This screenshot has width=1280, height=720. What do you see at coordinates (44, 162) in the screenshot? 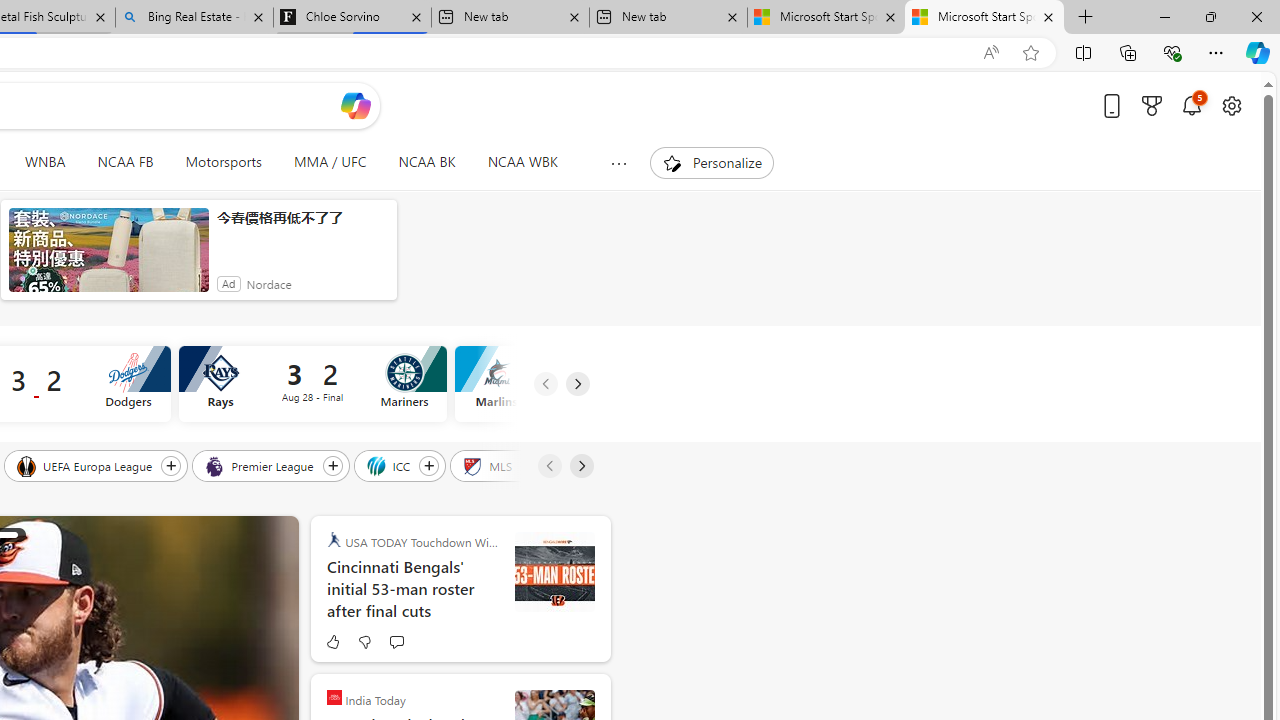
I see `'WNBA'` at bounding box center [44, 162].